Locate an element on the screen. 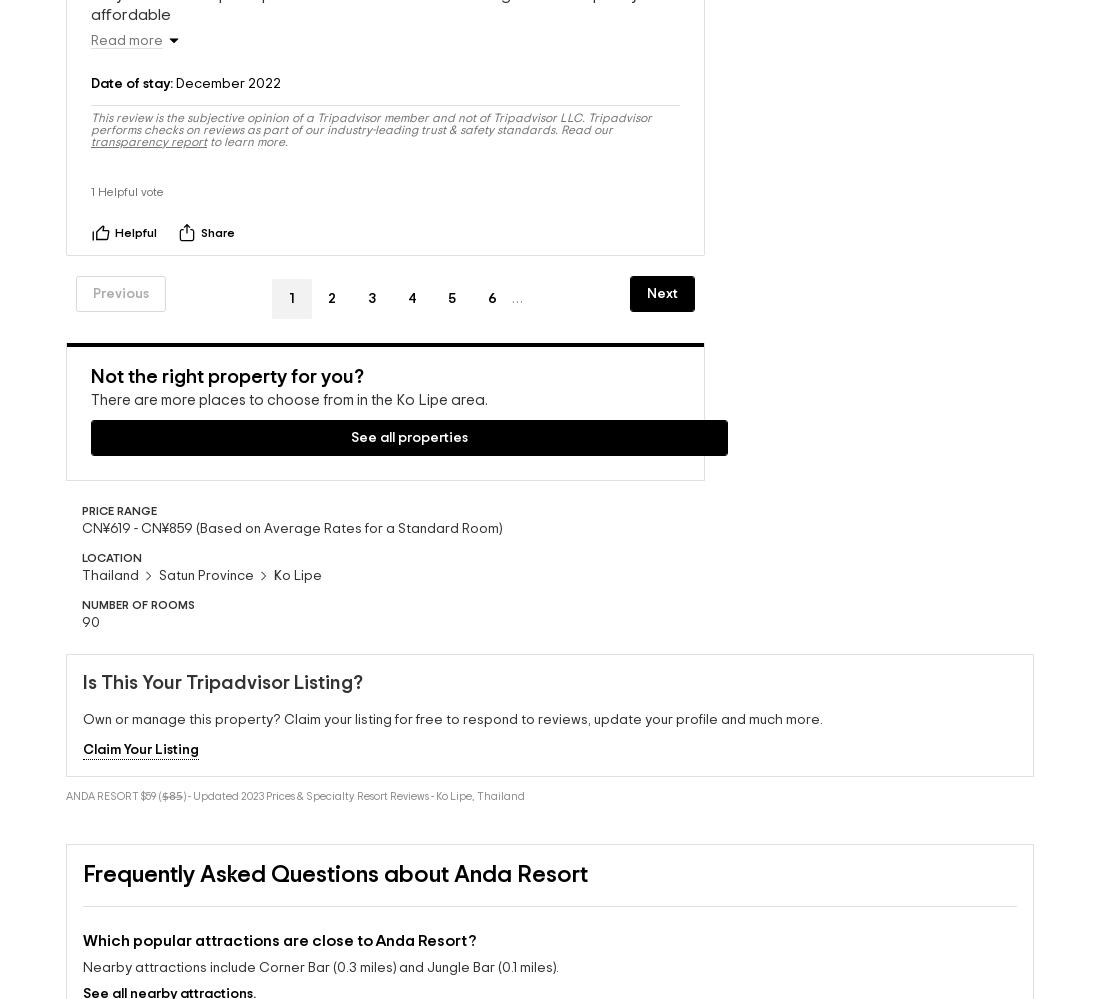 The image size is (1100, 999). 'Next' is located at coordinates (646, 261).